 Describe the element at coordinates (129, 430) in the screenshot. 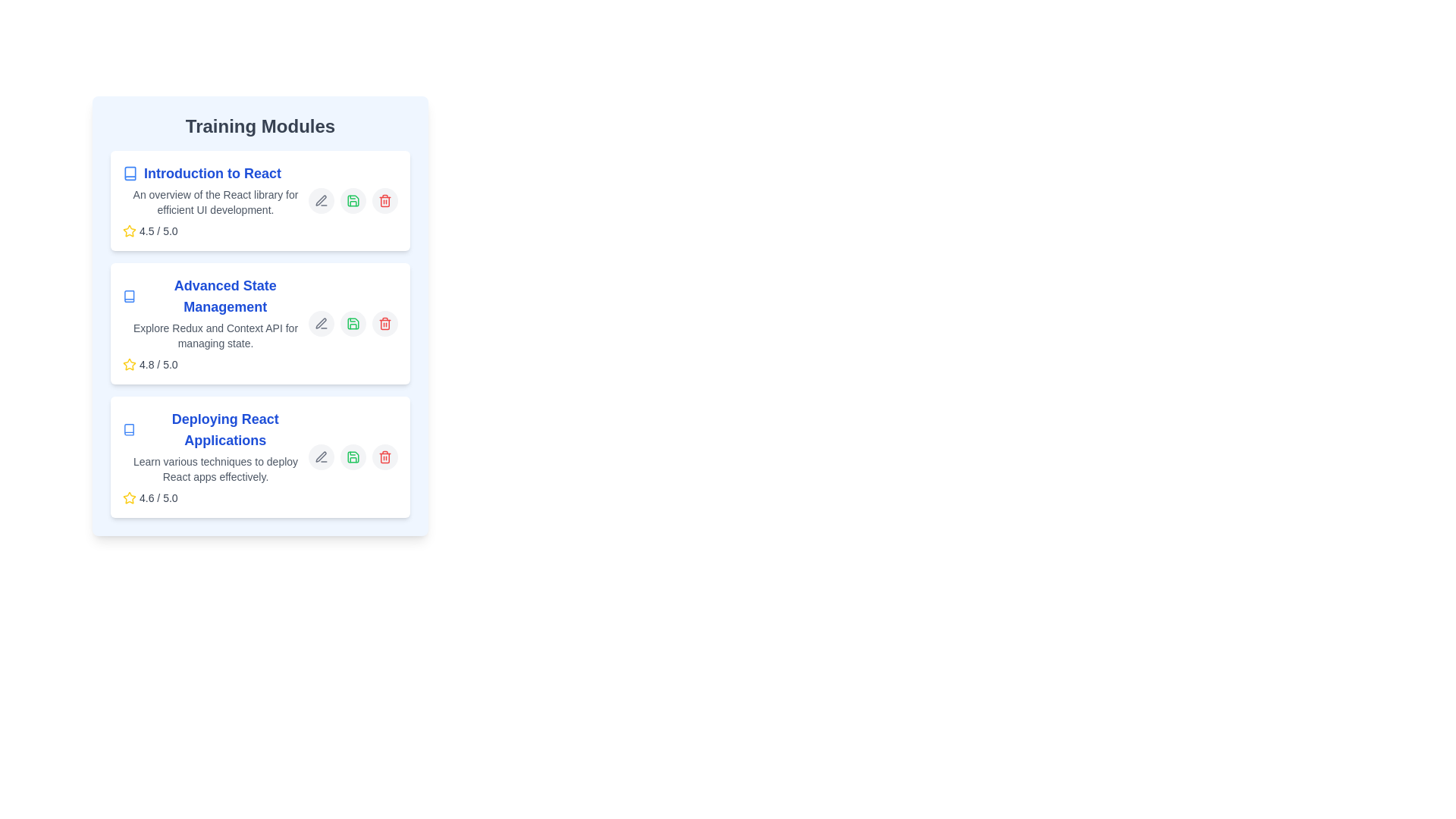

I see `the blue outlined SVG graphic element representing a rectangular object, located to the left of the 'Deploying React Applications' module title` at that location.